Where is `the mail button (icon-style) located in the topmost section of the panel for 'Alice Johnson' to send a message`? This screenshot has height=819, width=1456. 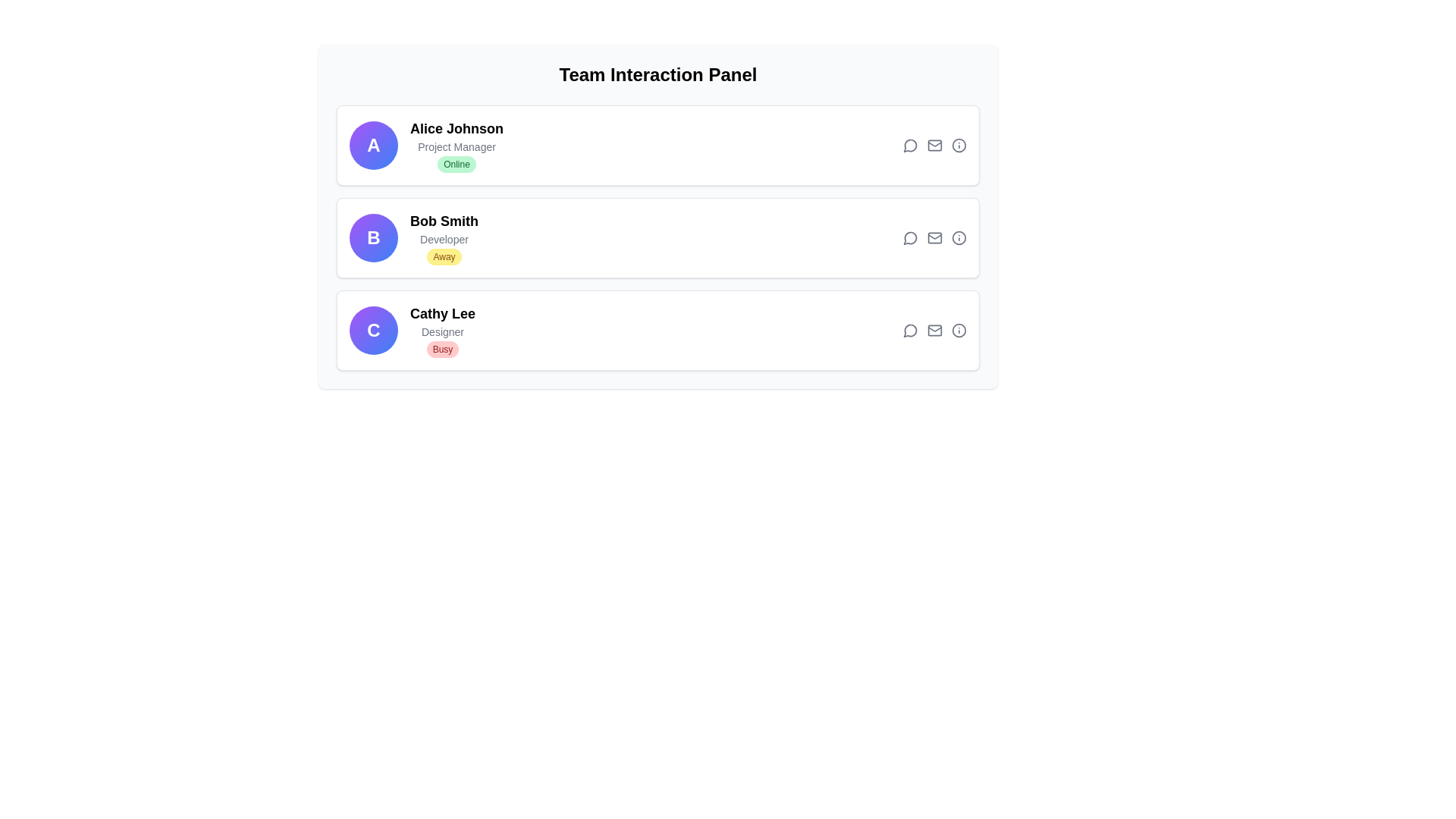
the mail button (icon-style) located in the topmost section of the panel for 'Alice Johnson' to send a message is located at coordinates (934, 146).